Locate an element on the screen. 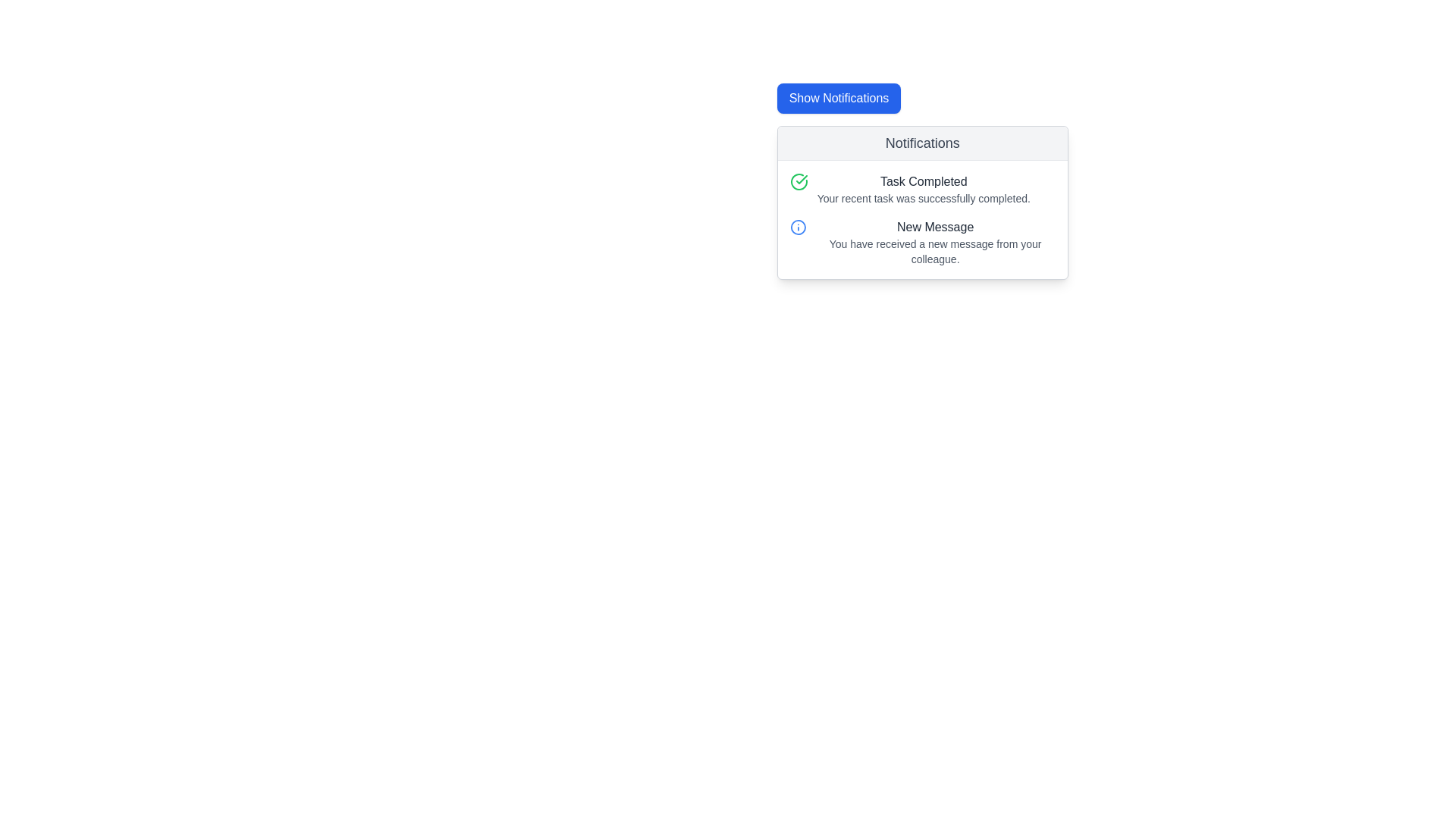 The image size is (1456, 819). the top notification item displaying 'Task Completed' with a green checkmark icon and two text lines is located at coordinates (921, 189).